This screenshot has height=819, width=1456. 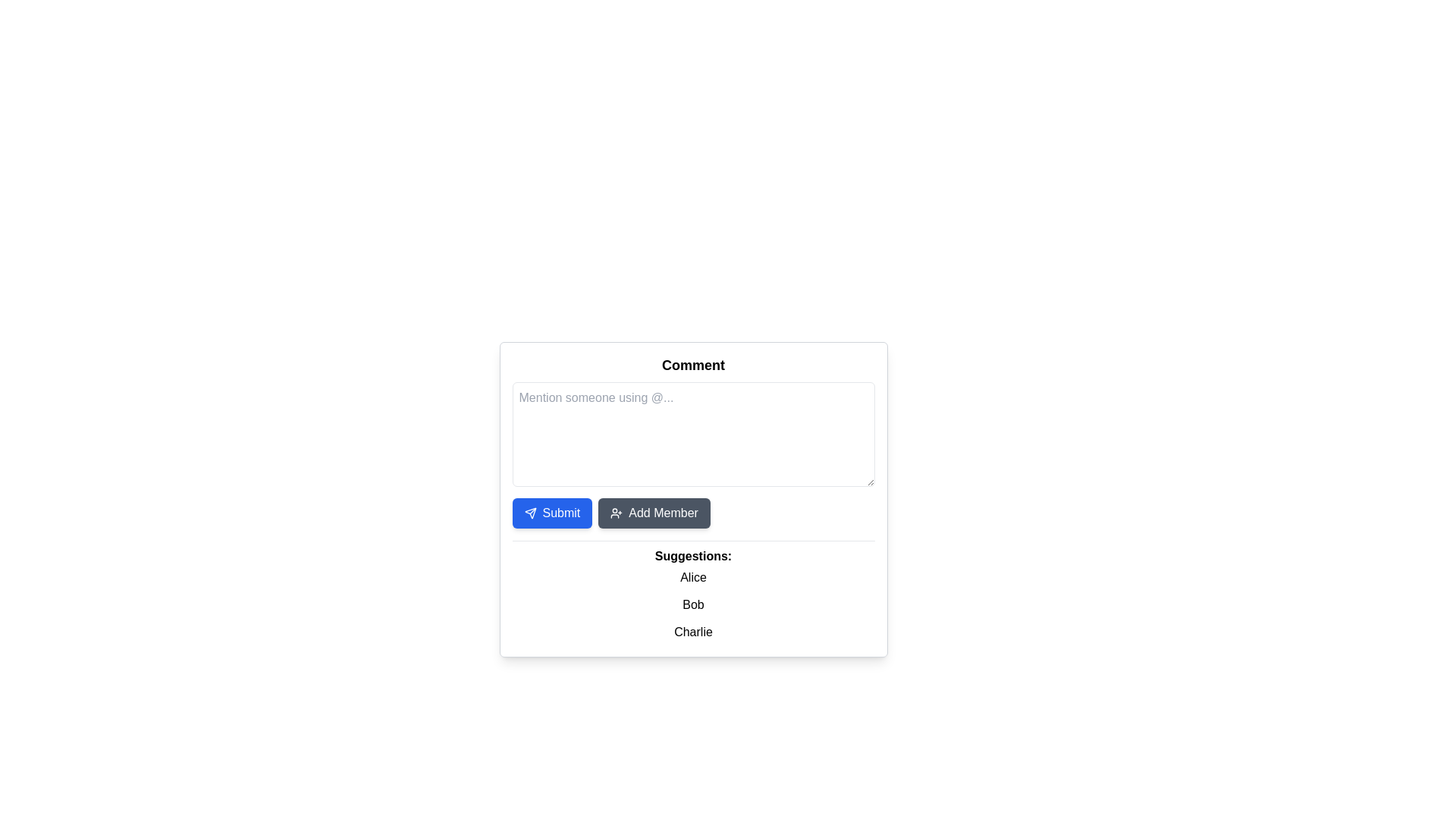 What do you see at coordinates (654, 513) in the screenshot?
I see `the second button from the left, located to the right of the blue 'Submit' button` at bounding box center [654, 513].